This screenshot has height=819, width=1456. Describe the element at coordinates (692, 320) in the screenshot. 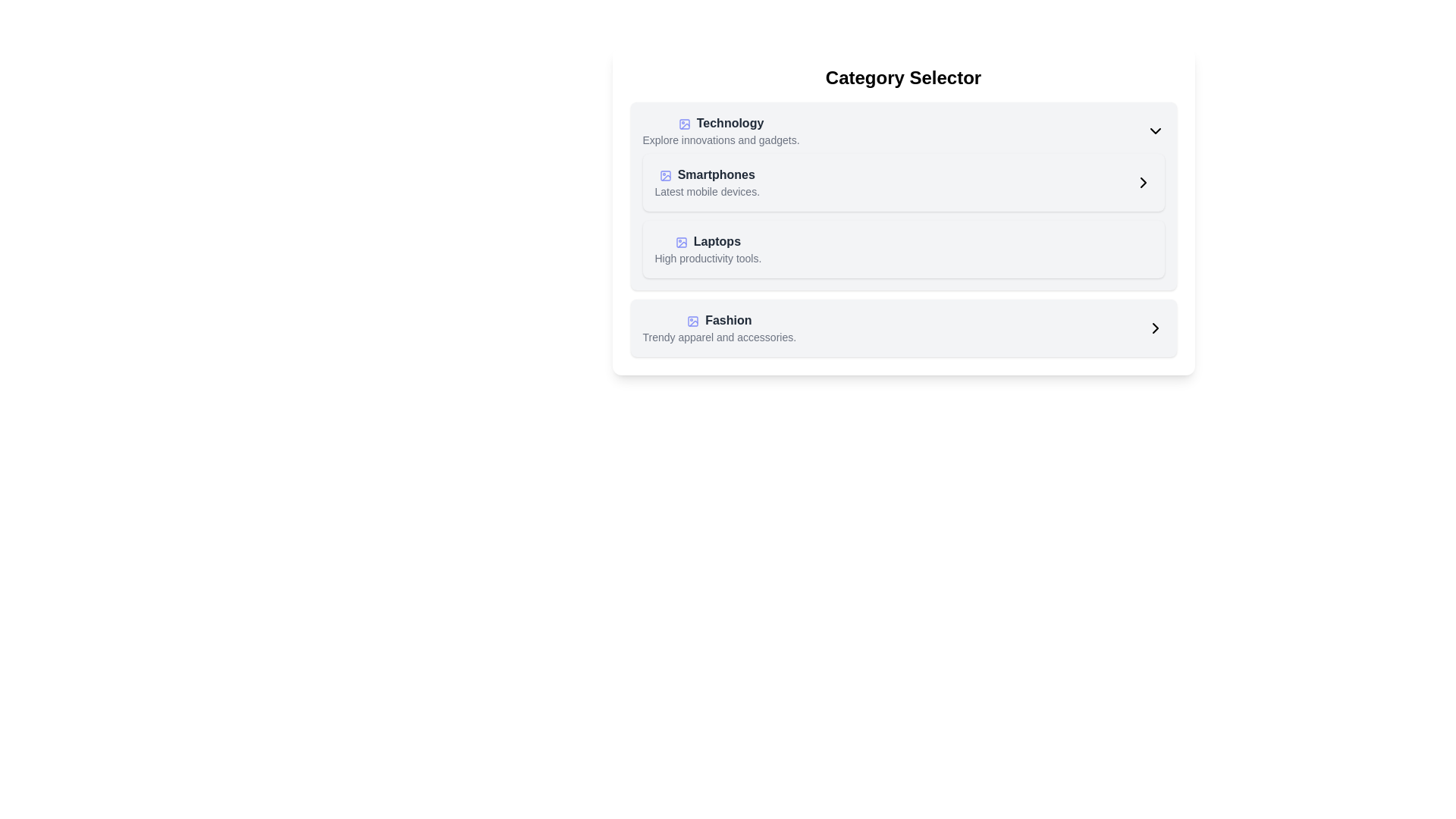

I see `the fashion category icon, which is located leftmost` at that location.